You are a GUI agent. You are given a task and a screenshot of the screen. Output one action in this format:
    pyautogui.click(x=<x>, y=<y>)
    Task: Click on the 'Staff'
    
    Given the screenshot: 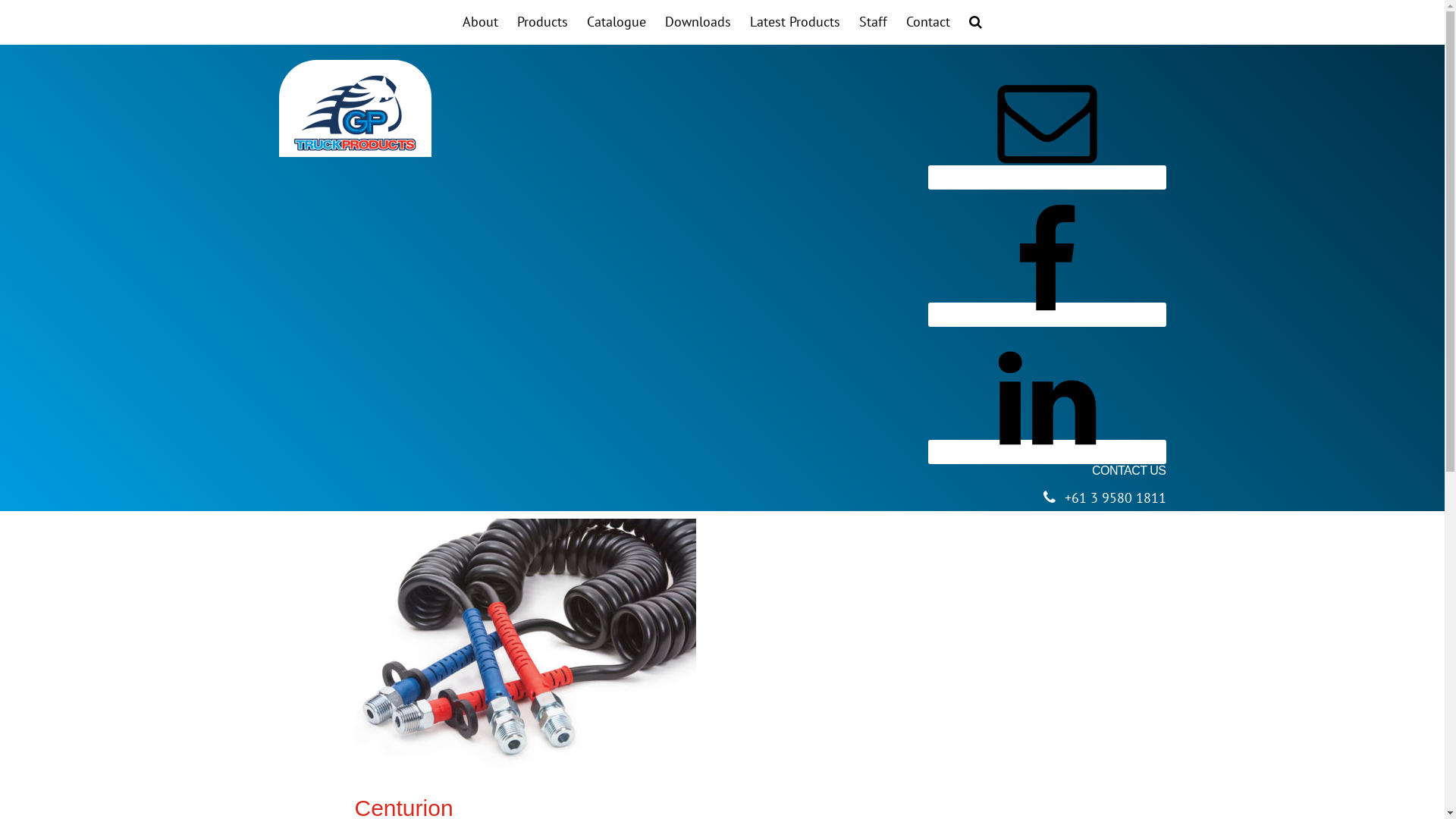 What is the action you would take?
    pyautogui.click(x=873, y=22)
    